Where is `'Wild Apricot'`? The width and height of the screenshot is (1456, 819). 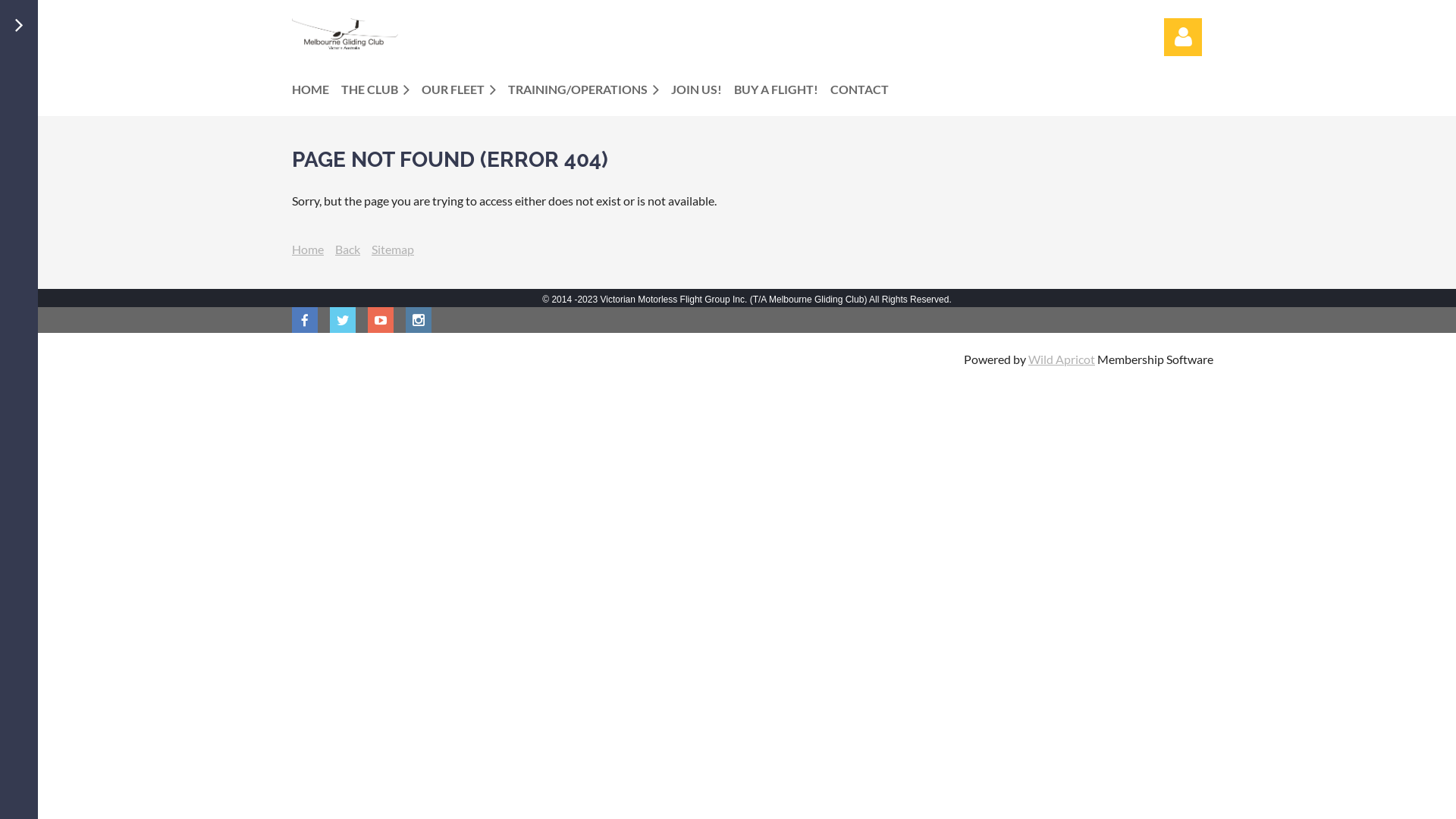
'Wild Apricot' is located at coordinates (1028, 359).